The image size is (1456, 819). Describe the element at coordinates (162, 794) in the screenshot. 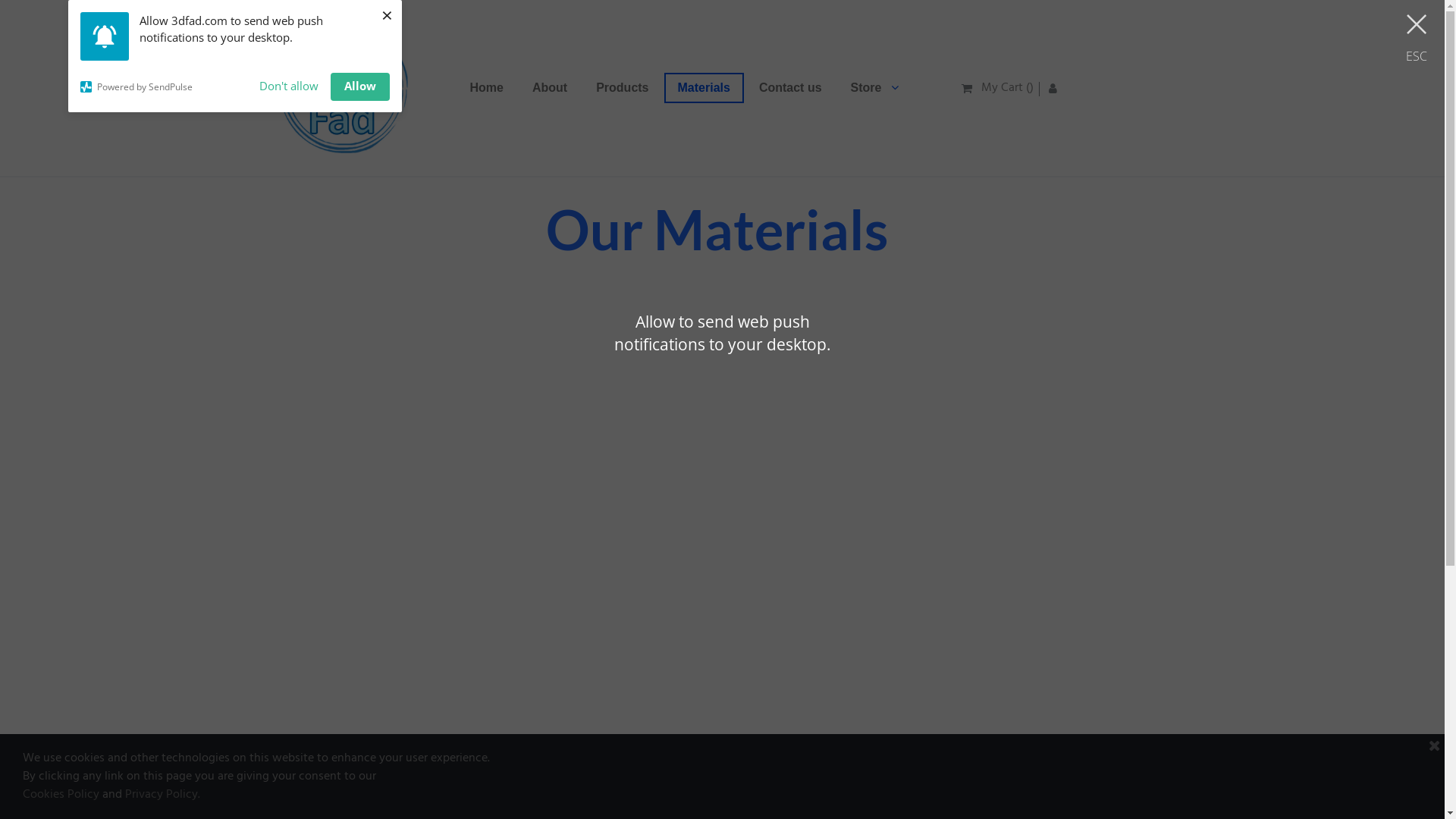

I see `'Privacy Policy.'` at that location.